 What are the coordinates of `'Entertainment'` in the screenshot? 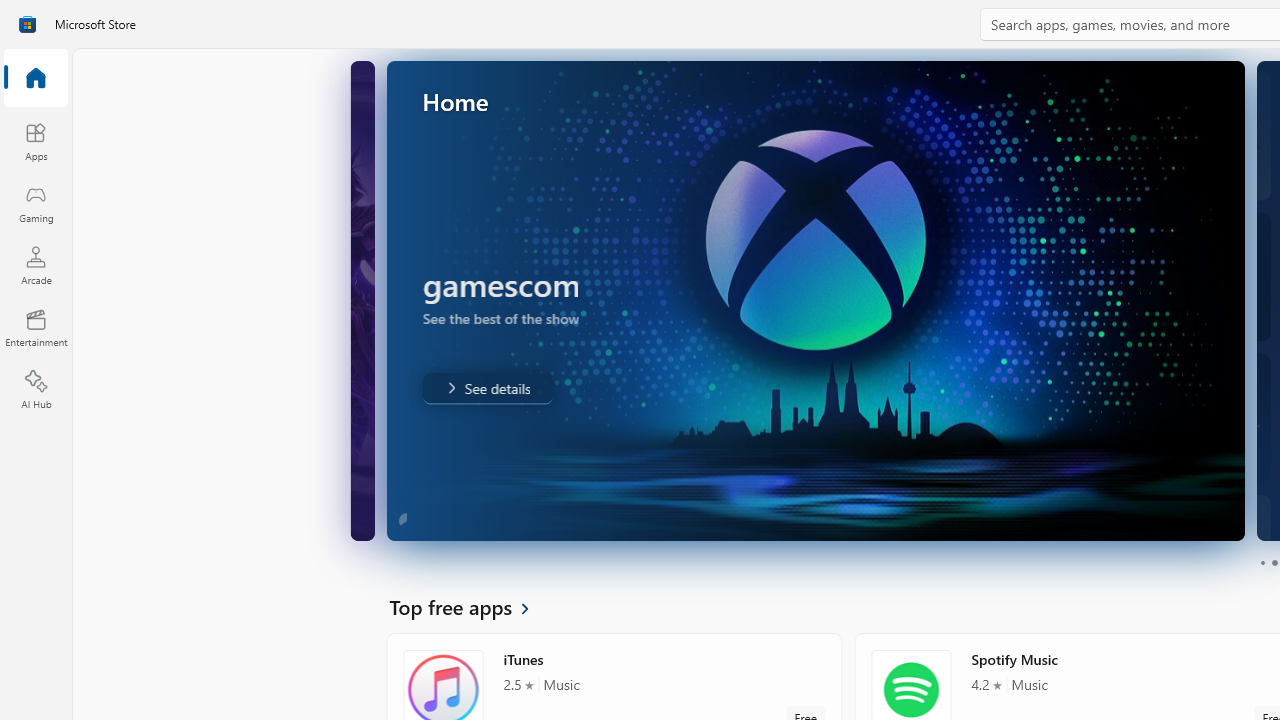 It's located at (35, 326).